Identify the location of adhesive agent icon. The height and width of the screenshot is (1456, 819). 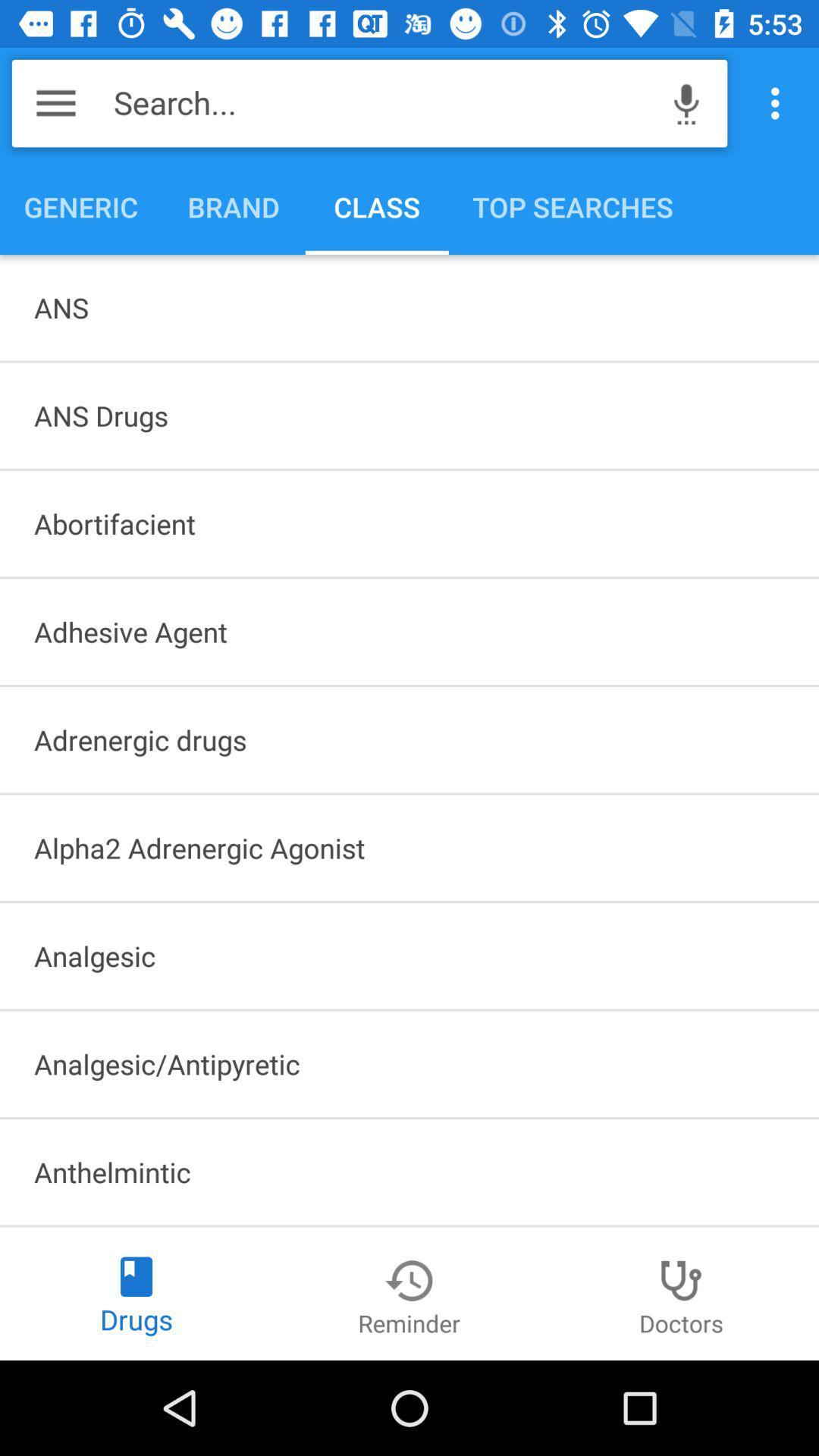
(409, 632).